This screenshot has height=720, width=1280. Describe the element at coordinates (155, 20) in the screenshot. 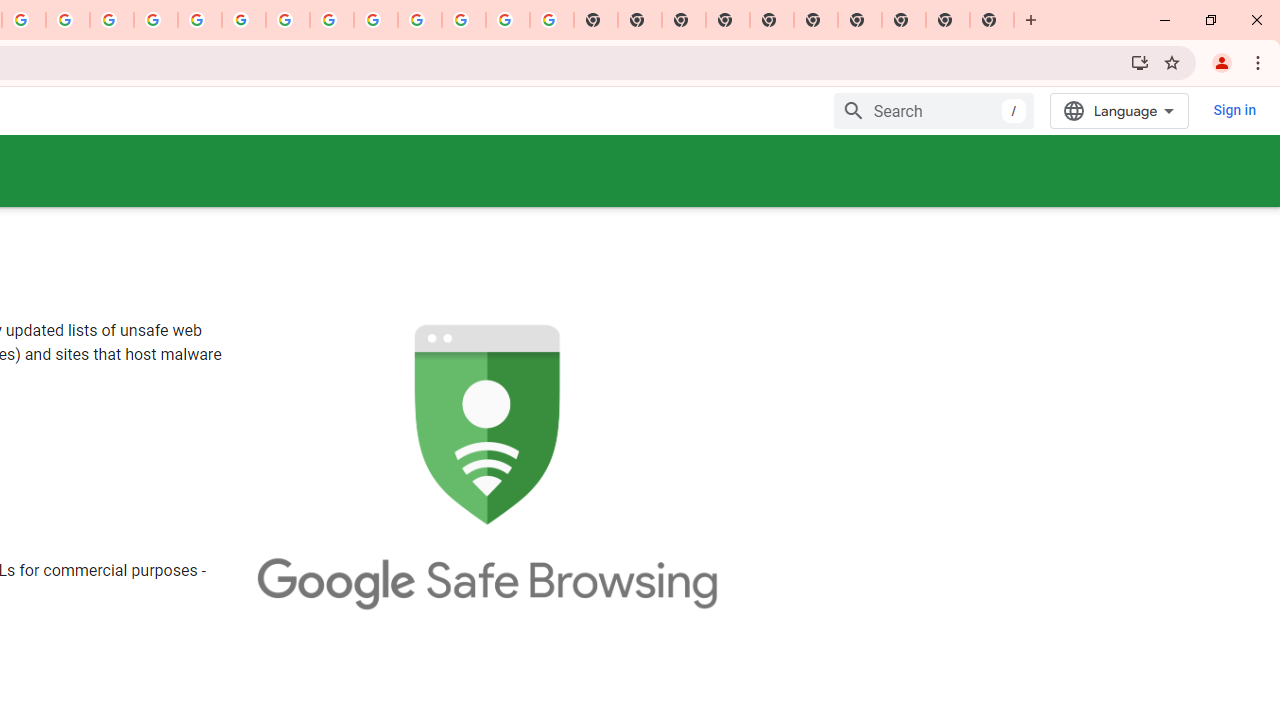

I see `'Privacy Help Center - Policies Help'` at that location.